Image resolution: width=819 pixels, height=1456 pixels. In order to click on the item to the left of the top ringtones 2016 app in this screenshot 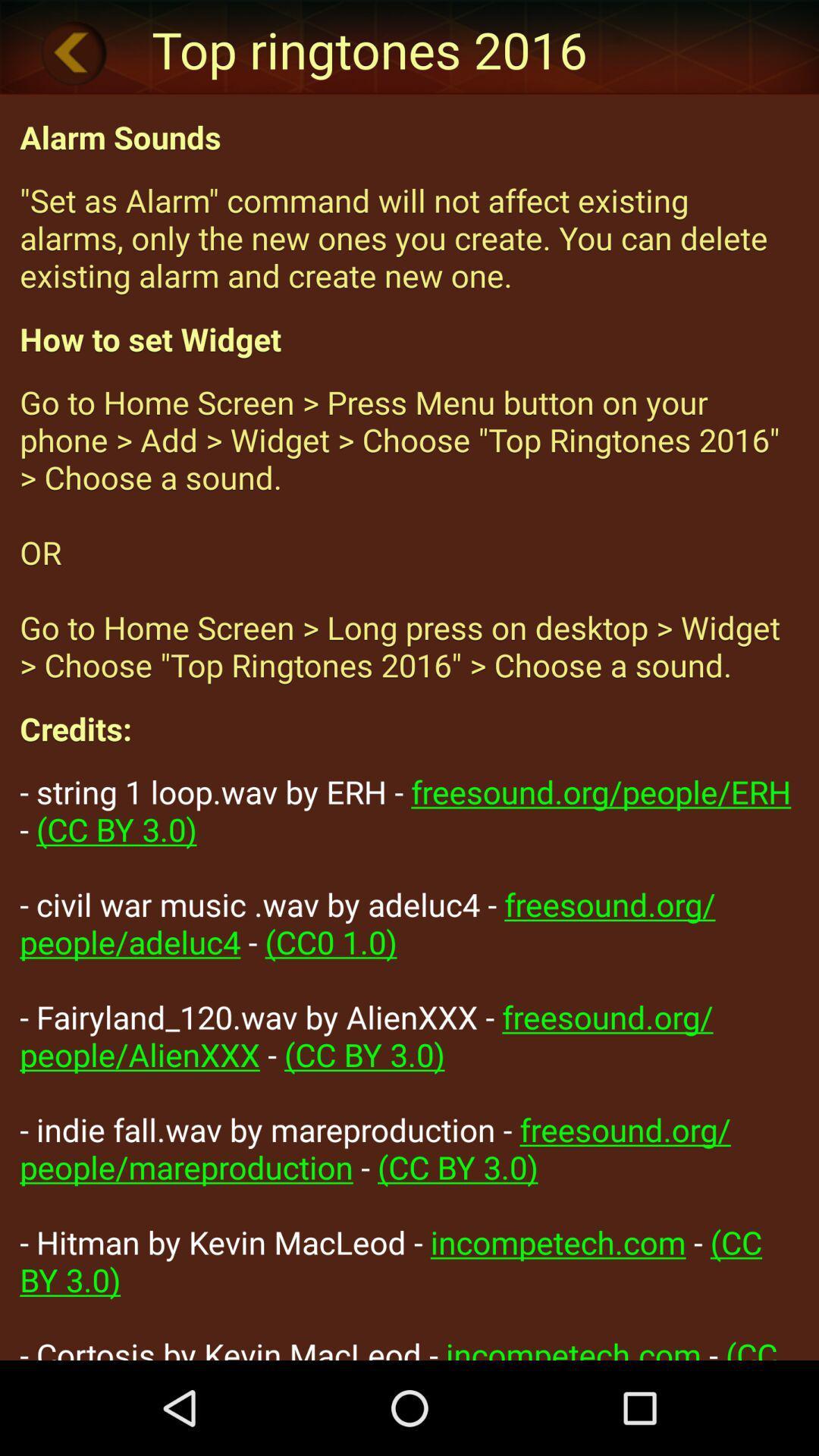, I will do `click(74, 52)`.